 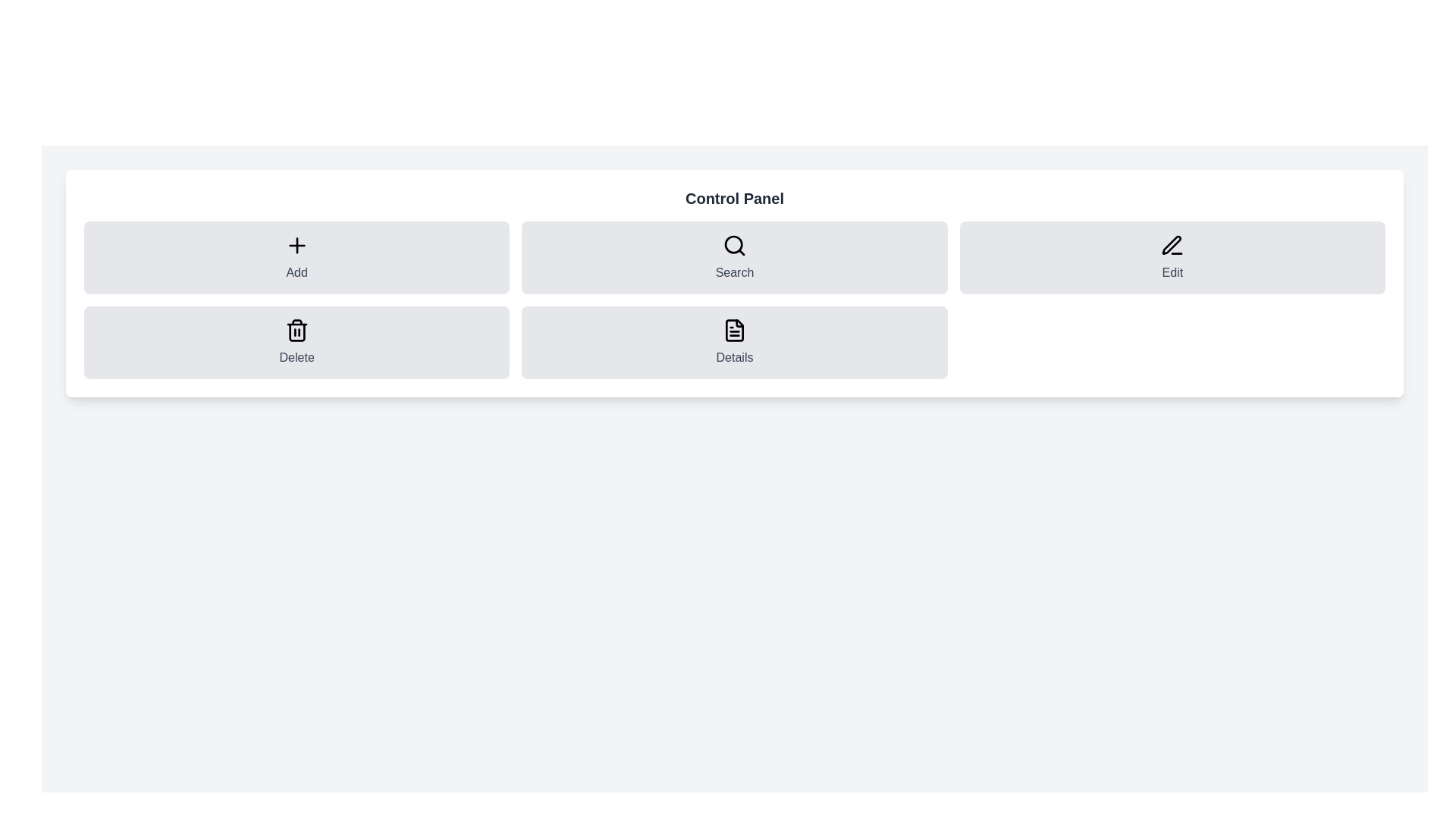 What do you see at coordinates (1171, 244) in the screenshot?
I see `the small pen-shaped icon located in the 'Edit' button area in the top-right section of the control panel interface` at bounding box center [1171, 244].